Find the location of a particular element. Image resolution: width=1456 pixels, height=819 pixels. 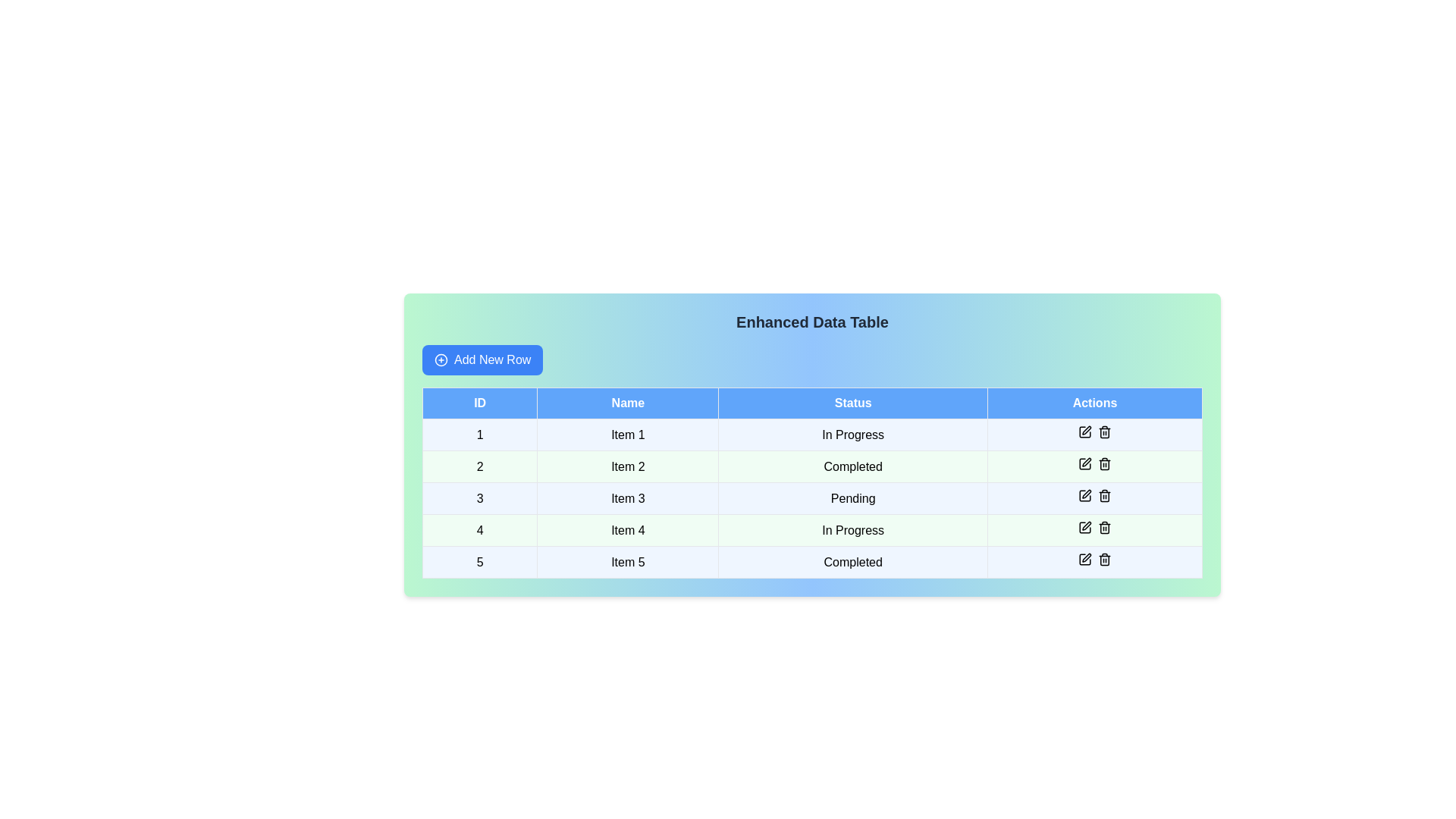

the Text display element that shows 'Completed' in bold, located in the third column of the second row of the table is located at coordinates (853, 466).